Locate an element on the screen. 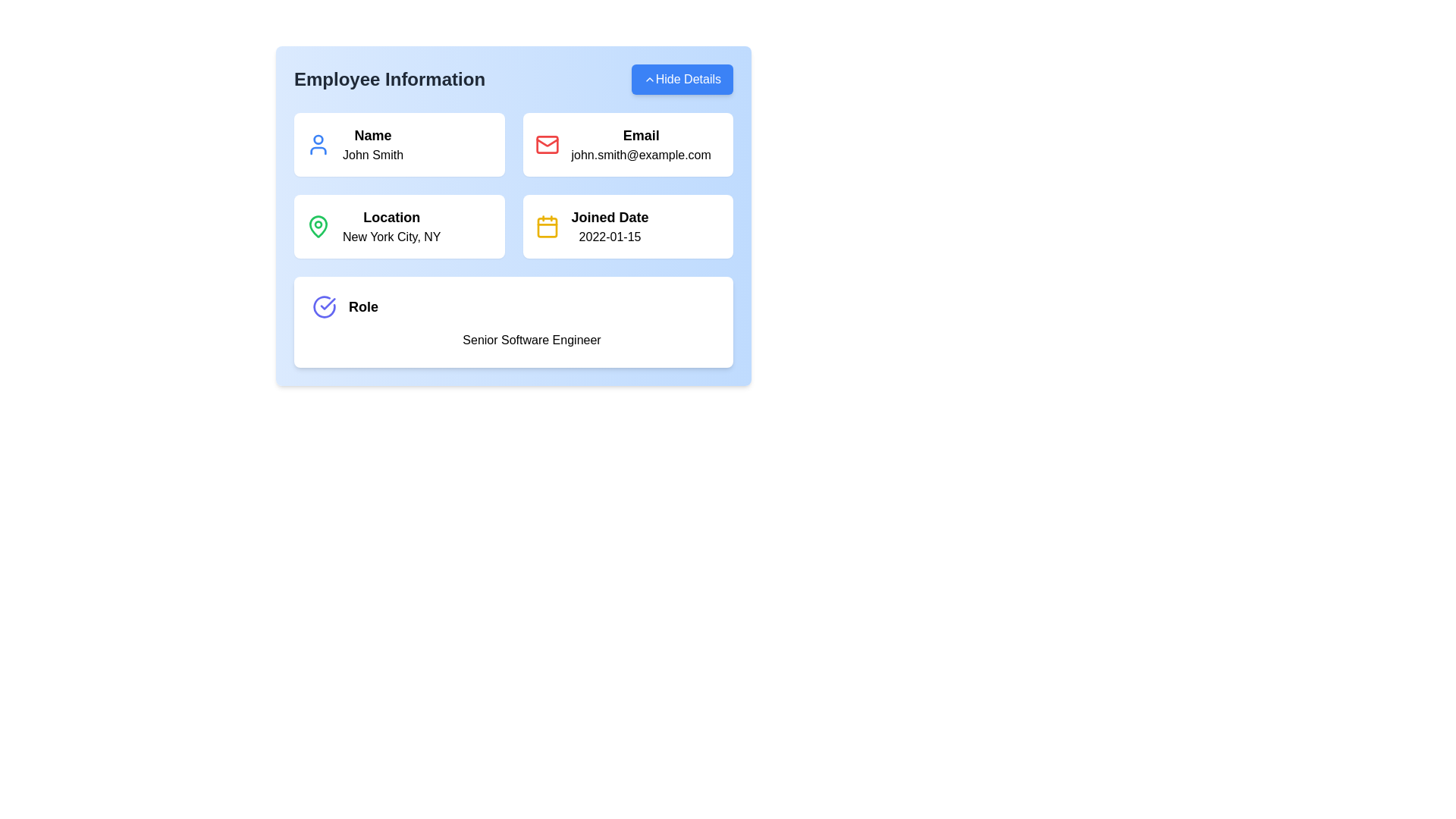 This screenshot has width=1456, height=819. joining date information from the panel displaying 'Joined Date' and the date '2022-01-15', located in the bottom-right quadrant of the employee details grid is located at coordinates (628, 227).